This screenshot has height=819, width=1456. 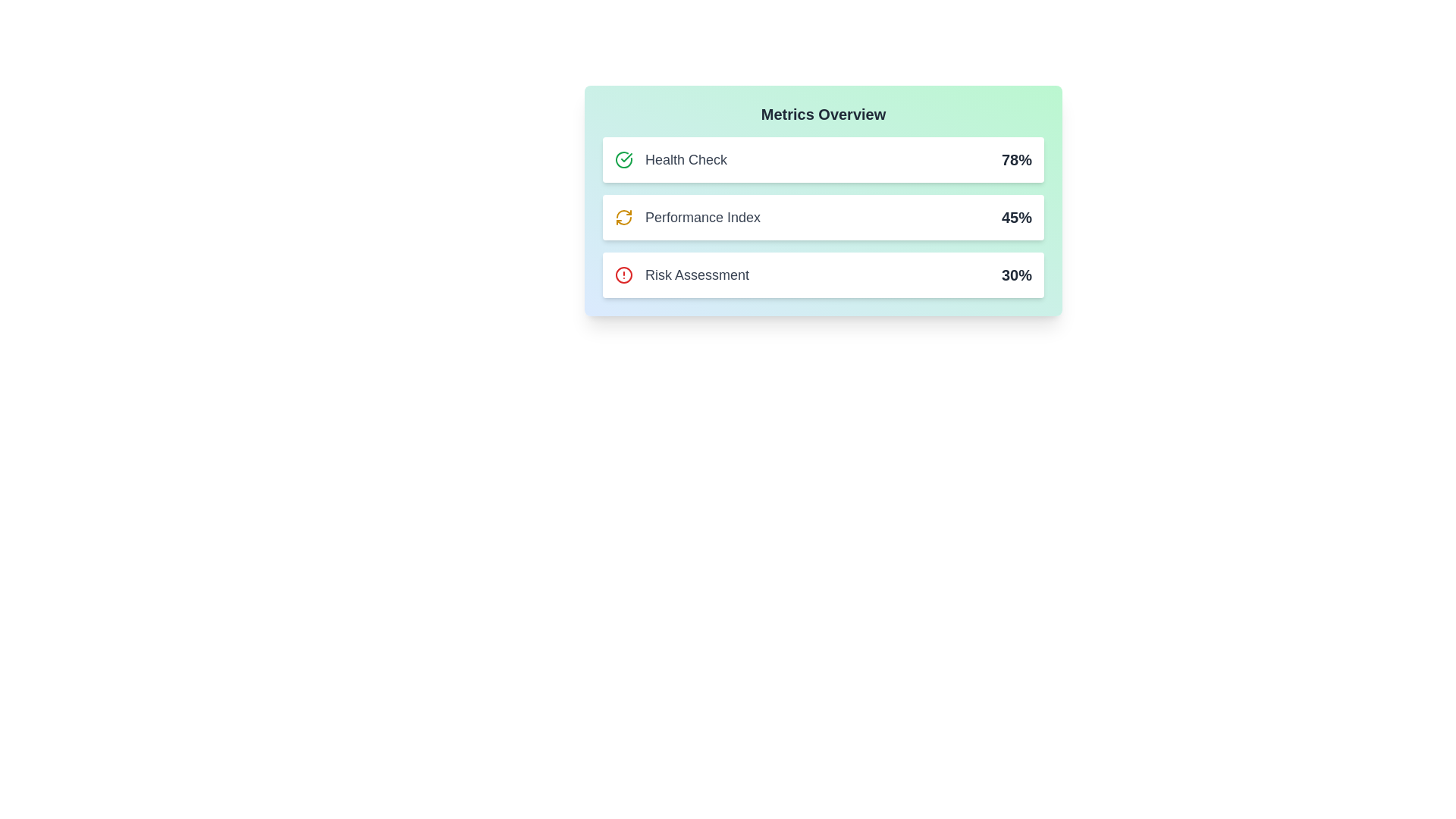 What do you see at coordinates (687, 217) in the screenshot?
I see `the Label with Icon containing the text 'Performance Index' and a yellow refresh-like symbol, located centrally in the second row of the 'Metrics Overview' box` at bounding box center [687, 217].